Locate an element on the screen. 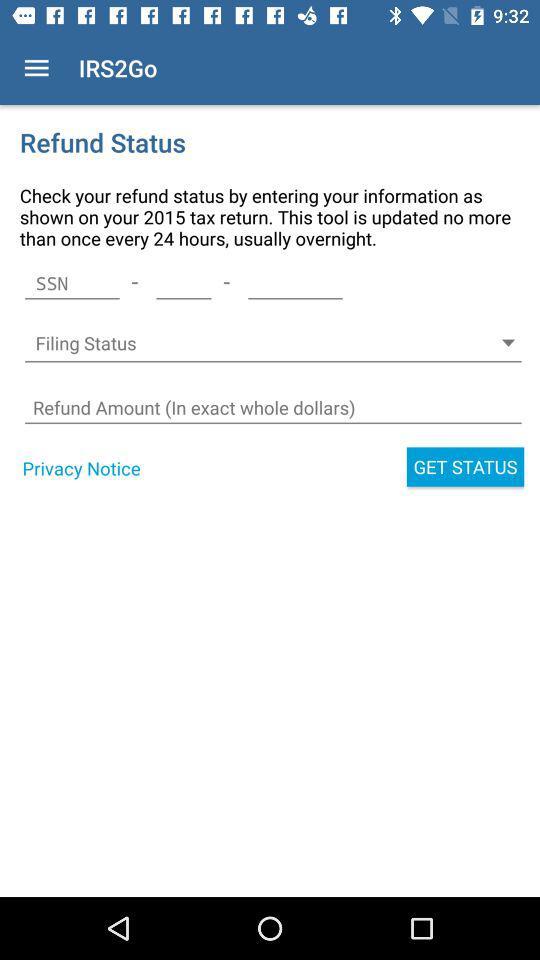 The width and height of the screenshot is (540, 960). the icon above the refund status item is located at coordinates (36, 68).